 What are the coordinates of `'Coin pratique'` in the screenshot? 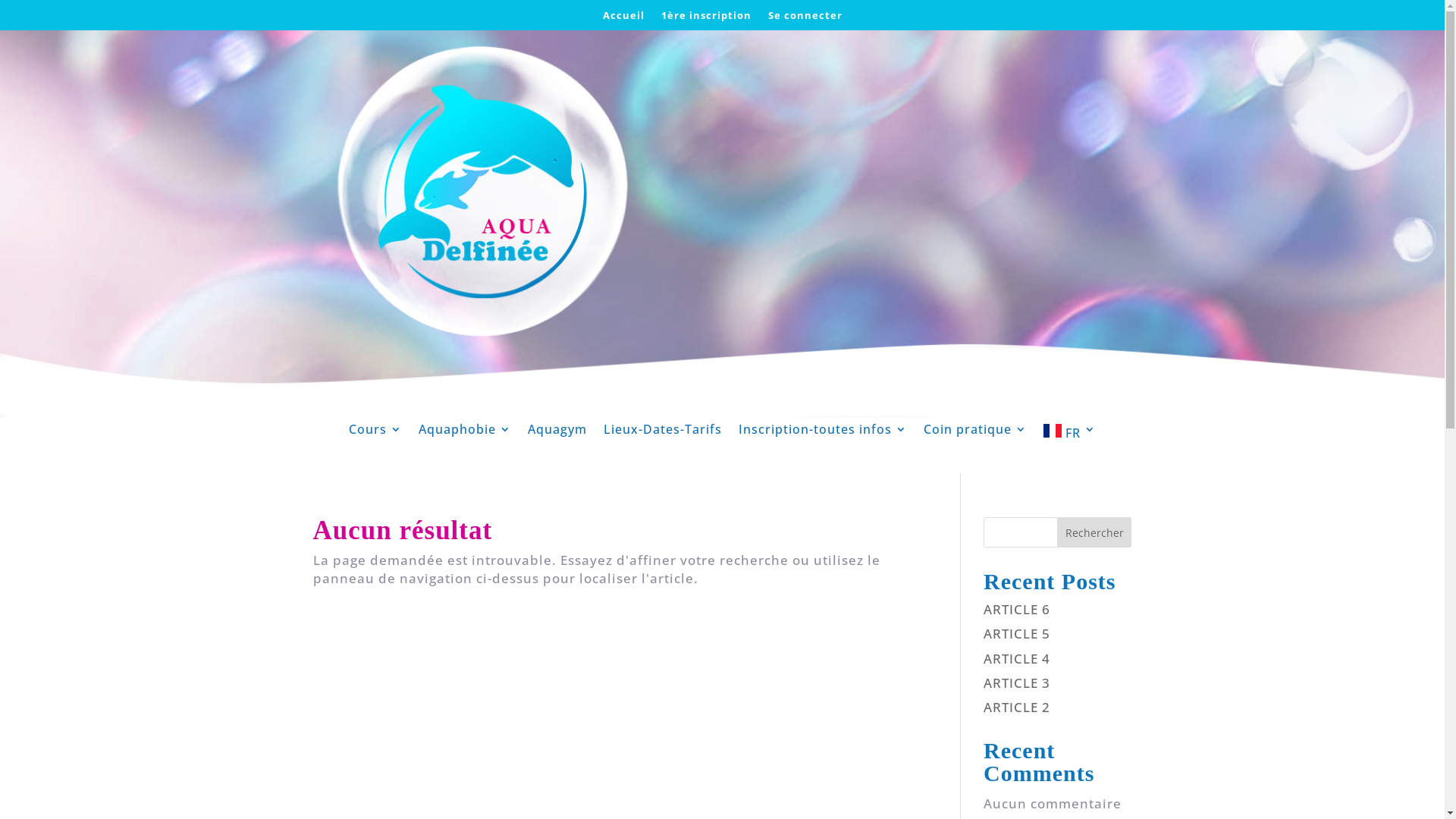 It's located at (923, 434).